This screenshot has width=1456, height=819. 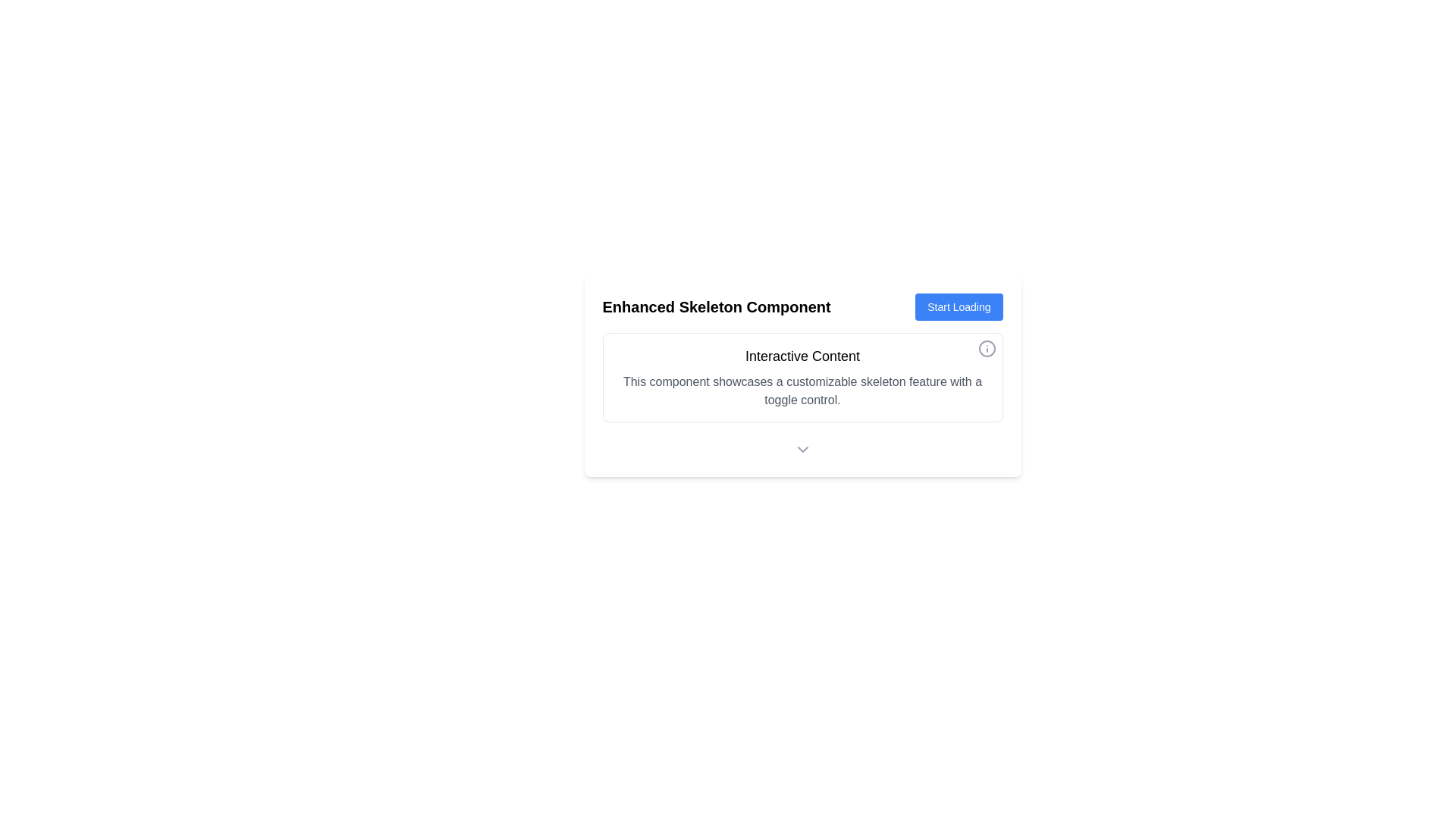 I want to click on the downward chevron icon located centrally at the bottom of the 'Enhanced Skeleton Component' card, so click(x=802, y=449).